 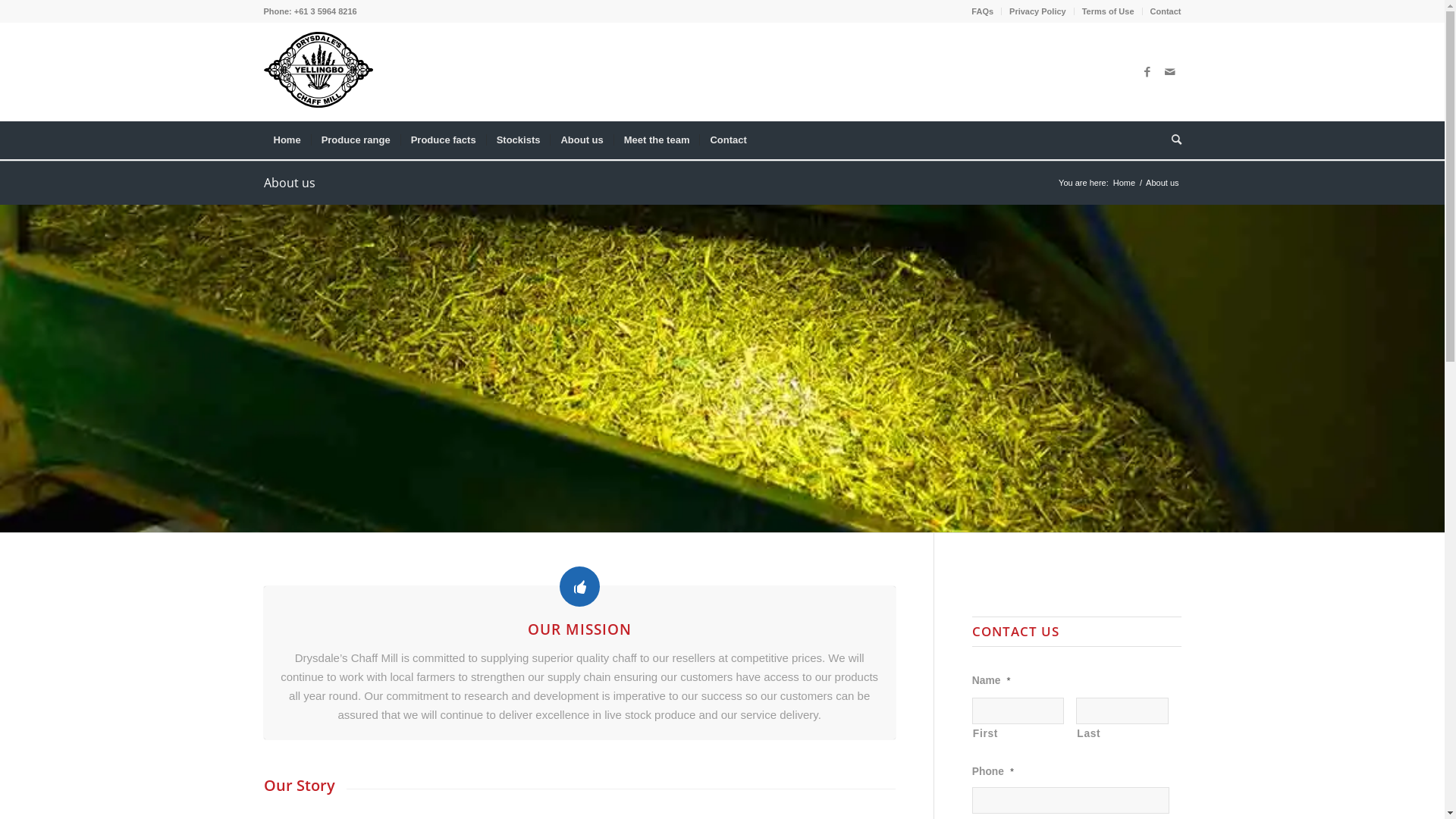 What do you see at coordinates (1169, 72) in the screenshot?
I see `'Mail'` at bounding box center [1169, 72].